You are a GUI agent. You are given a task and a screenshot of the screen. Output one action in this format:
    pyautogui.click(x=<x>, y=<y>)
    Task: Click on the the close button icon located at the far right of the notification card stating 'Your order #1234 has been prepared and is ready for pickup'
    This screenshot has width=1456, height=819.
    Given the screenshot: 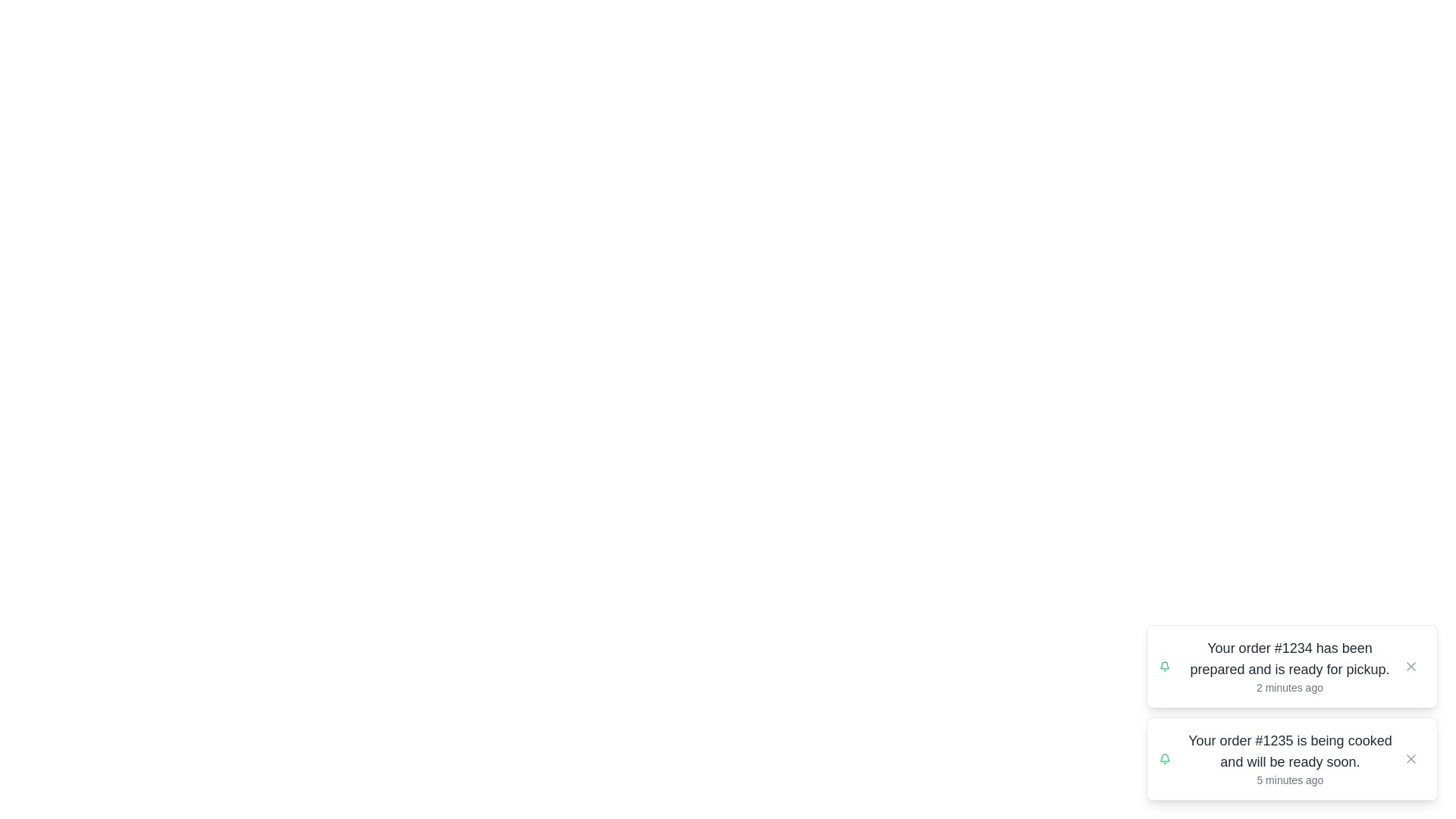 What is the action you would take?
    pyautogui.click(x=1410, y=666)
    